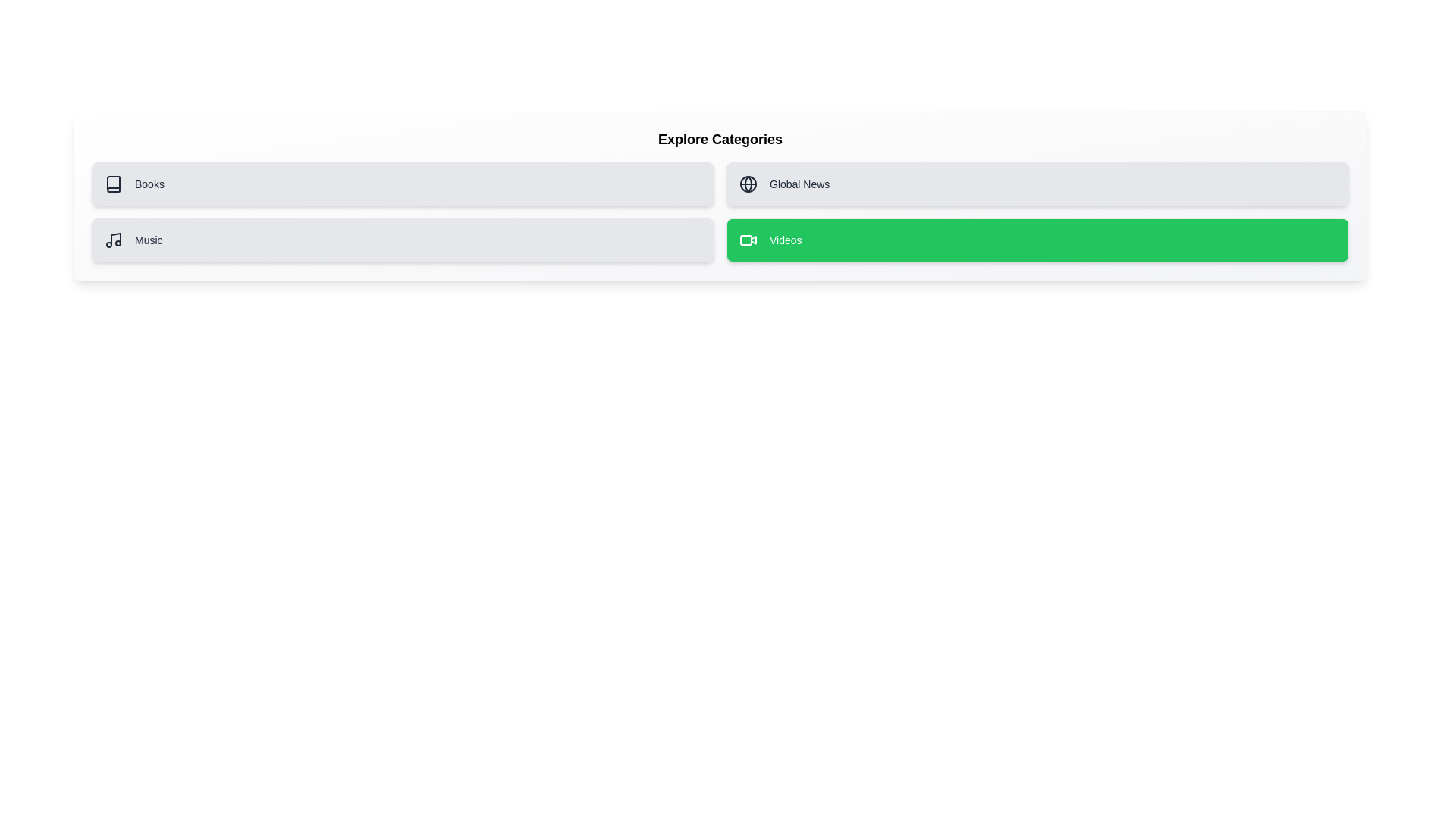 The width and height of the screenshot is (1456, 819). What do you see at coordinates (403, 239) in the screenshot?
I see `the card labeled Music` at bounding box center [403, 239].